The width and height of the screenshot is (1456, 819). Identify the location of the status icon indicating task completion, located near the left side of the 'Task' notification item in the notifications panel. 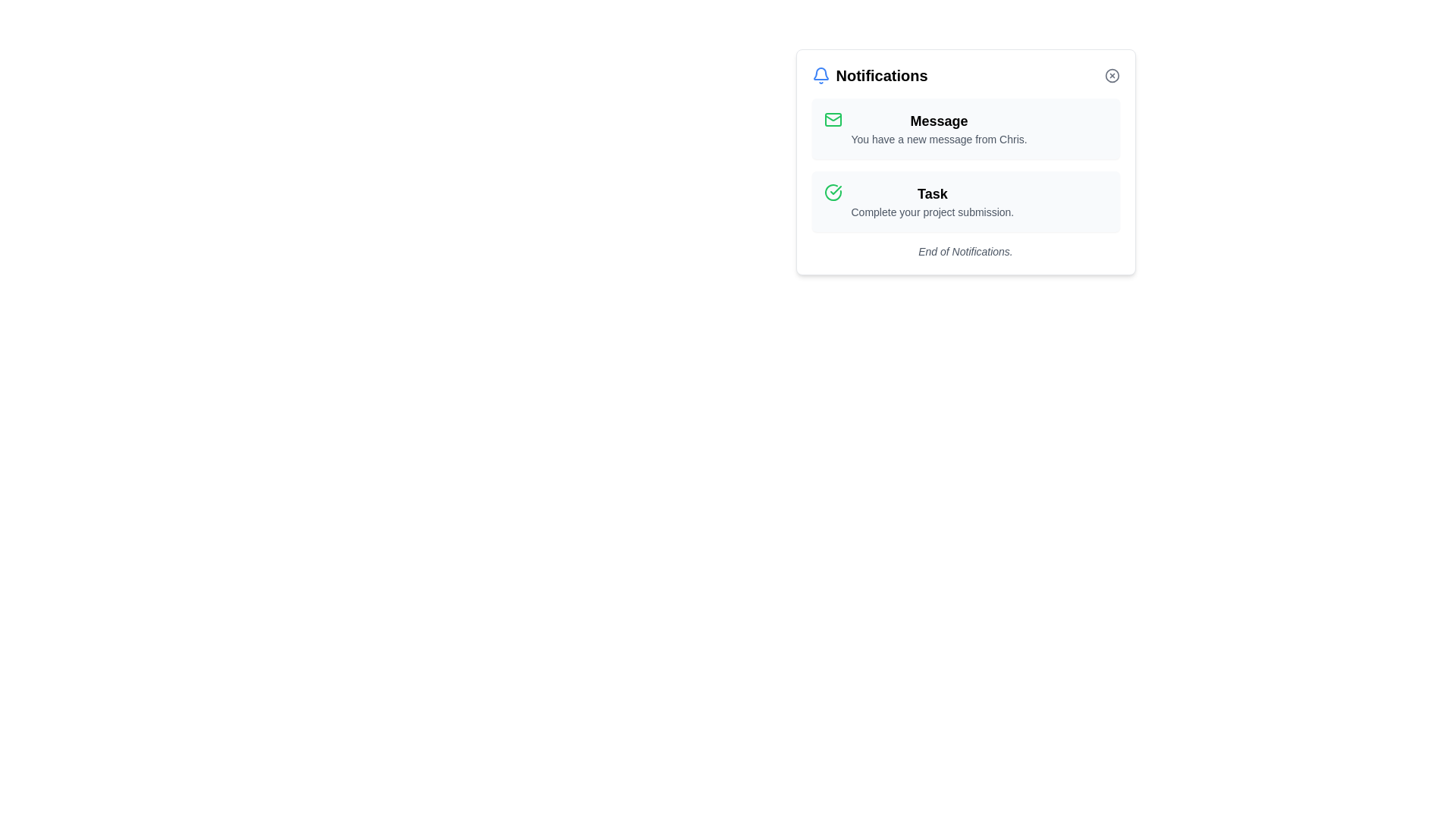
(832, 192).